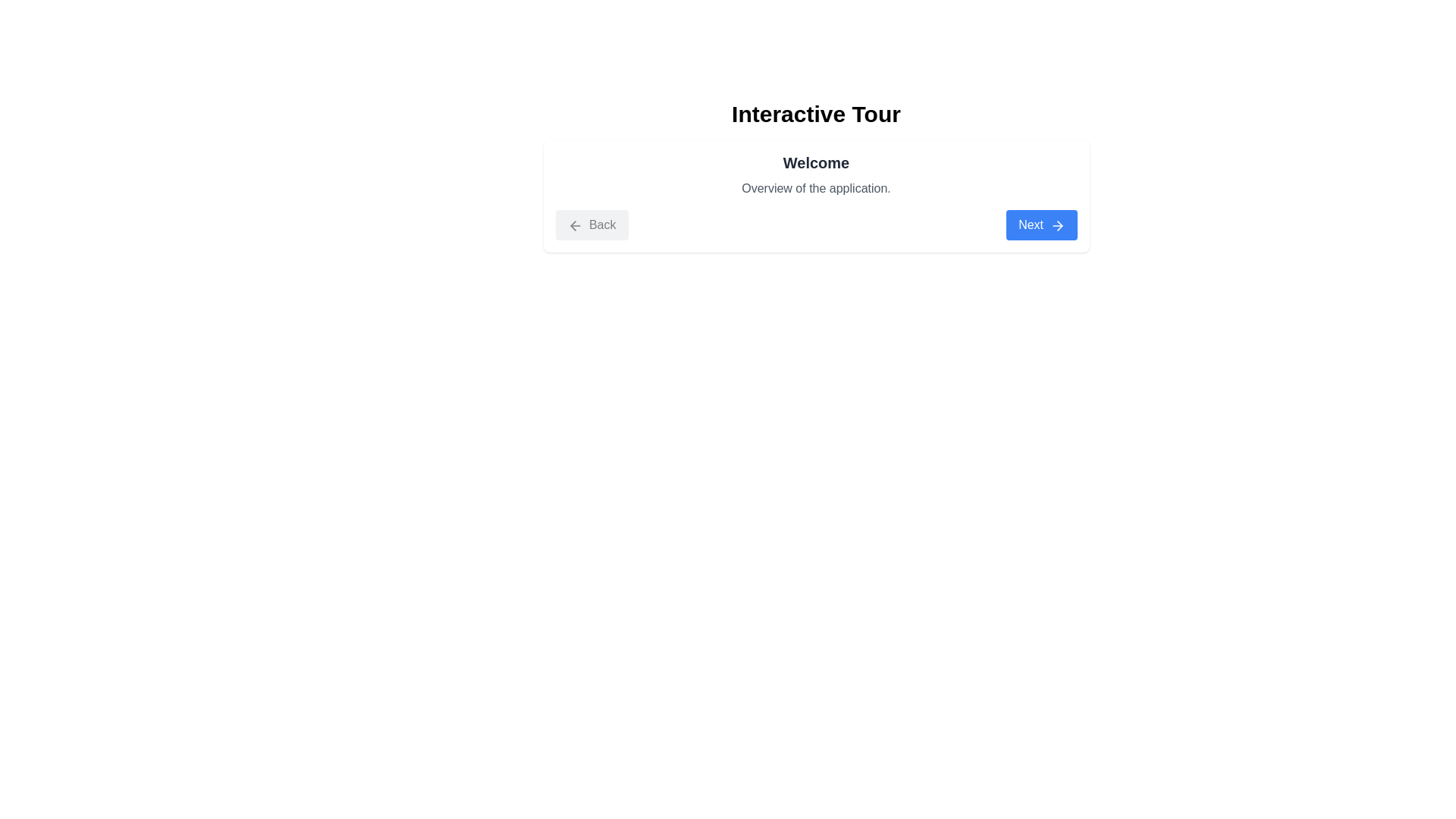 The width and height of the screenshot is (1456, 819). What do you see at coordinates (1056, 225) in the screenshot?
I see `the forward action arrow icon located immediately to the right of the 'Next' button within the blue rounded button at the bottom-right corner of the card` at bounding box center [1056, 225].